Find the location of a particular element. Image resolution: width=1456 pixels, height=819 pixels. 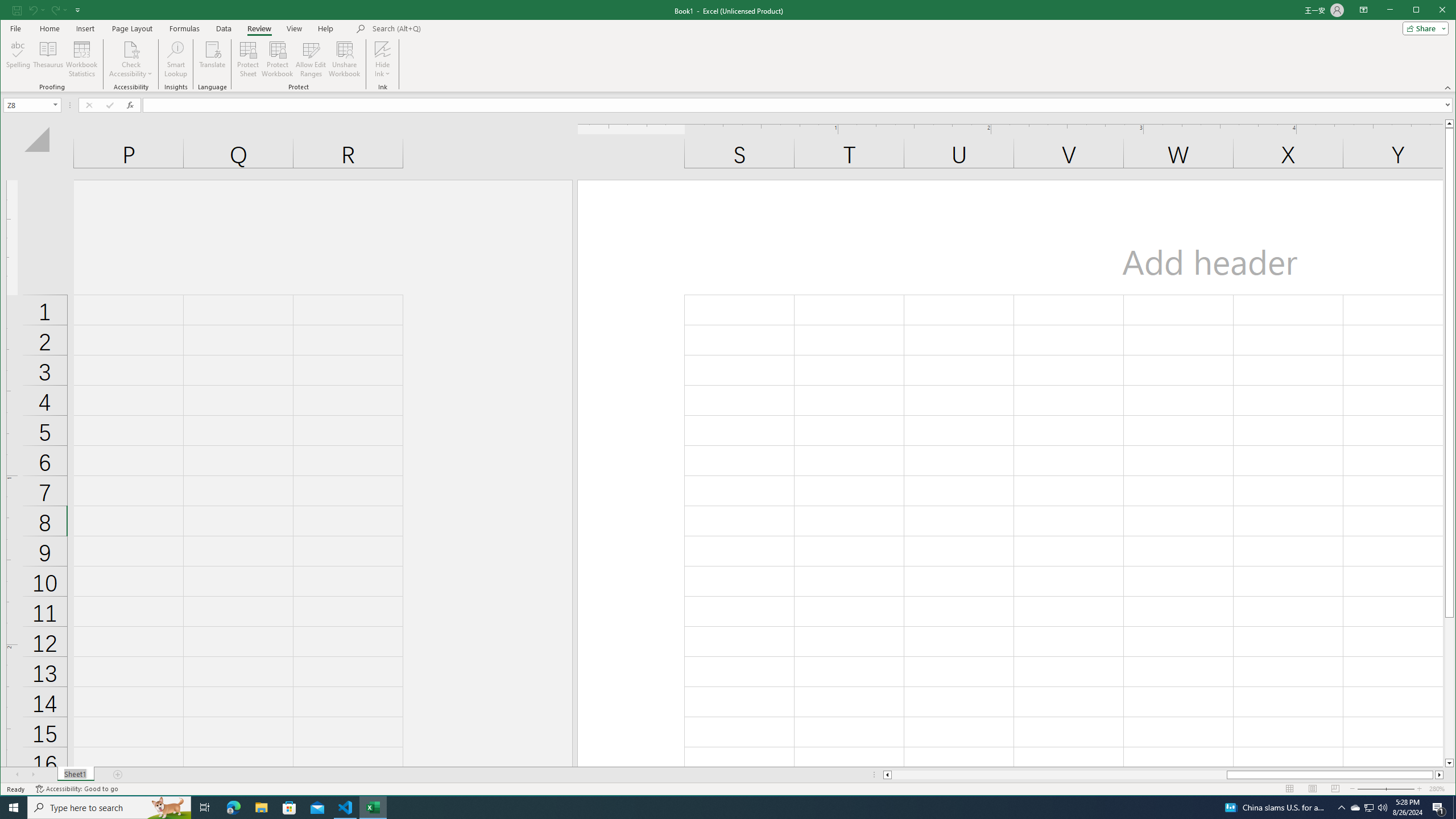

'View' is located at coordinates (294, 28).